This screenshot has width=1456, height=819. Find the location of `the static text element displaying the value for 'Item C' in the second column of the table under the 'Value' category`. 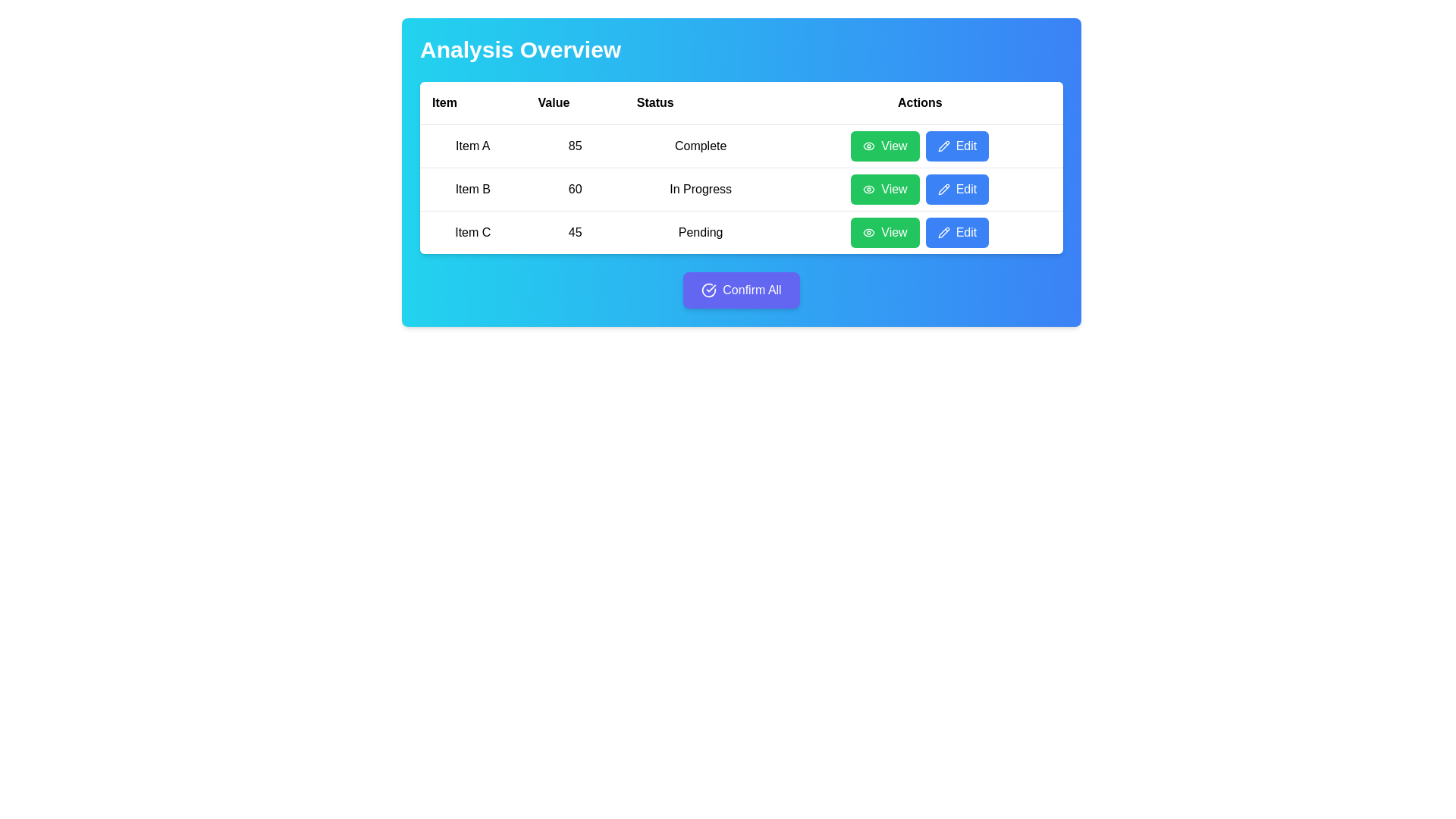

the static text element displaying the value for 'Item C' in the second column of the table under the 'Value' category is located at coordinates (574, 232).